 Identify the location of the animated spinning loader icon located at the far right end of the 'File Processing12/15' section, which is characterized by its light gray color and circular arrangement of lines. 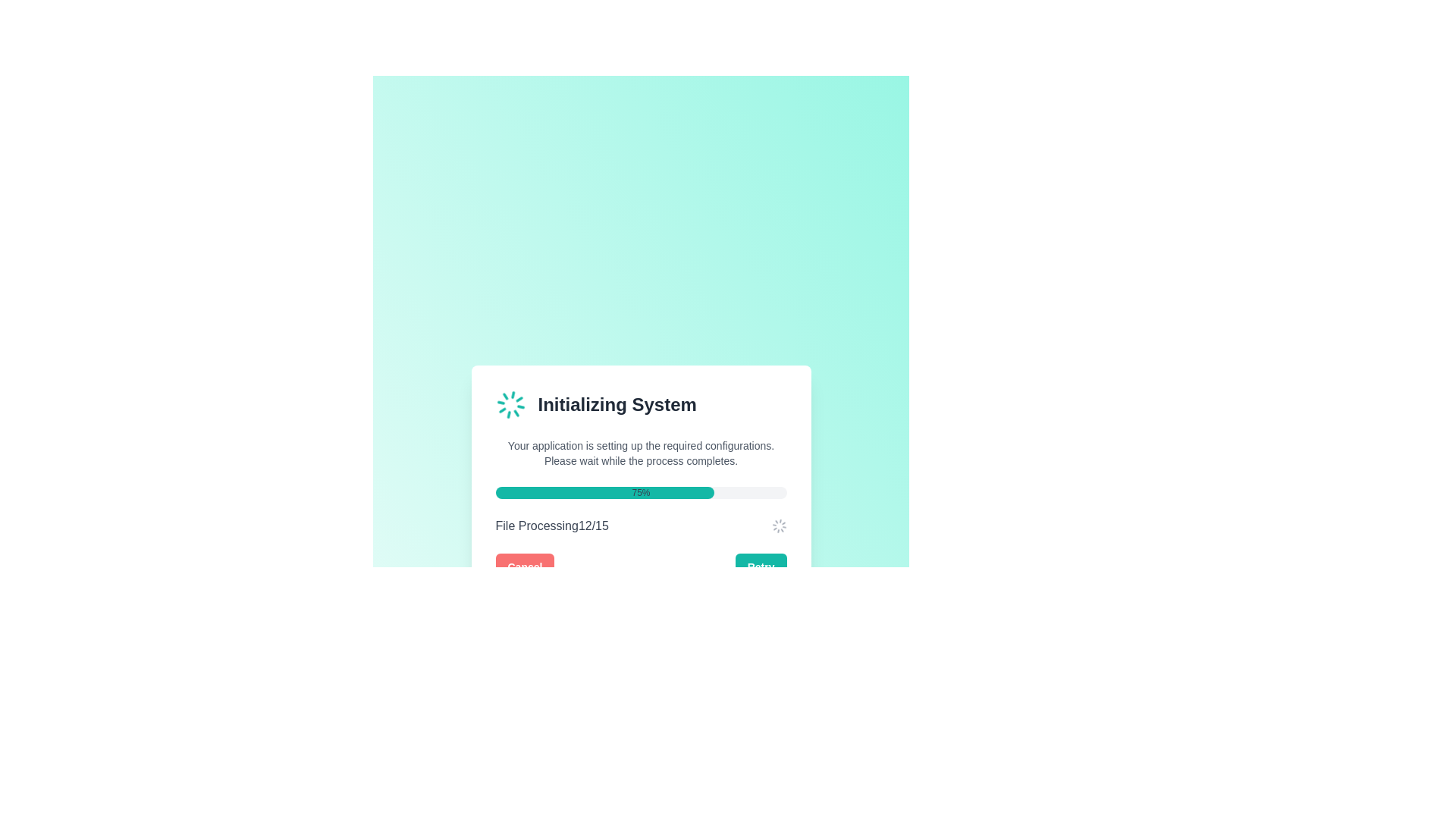
(779, 526).